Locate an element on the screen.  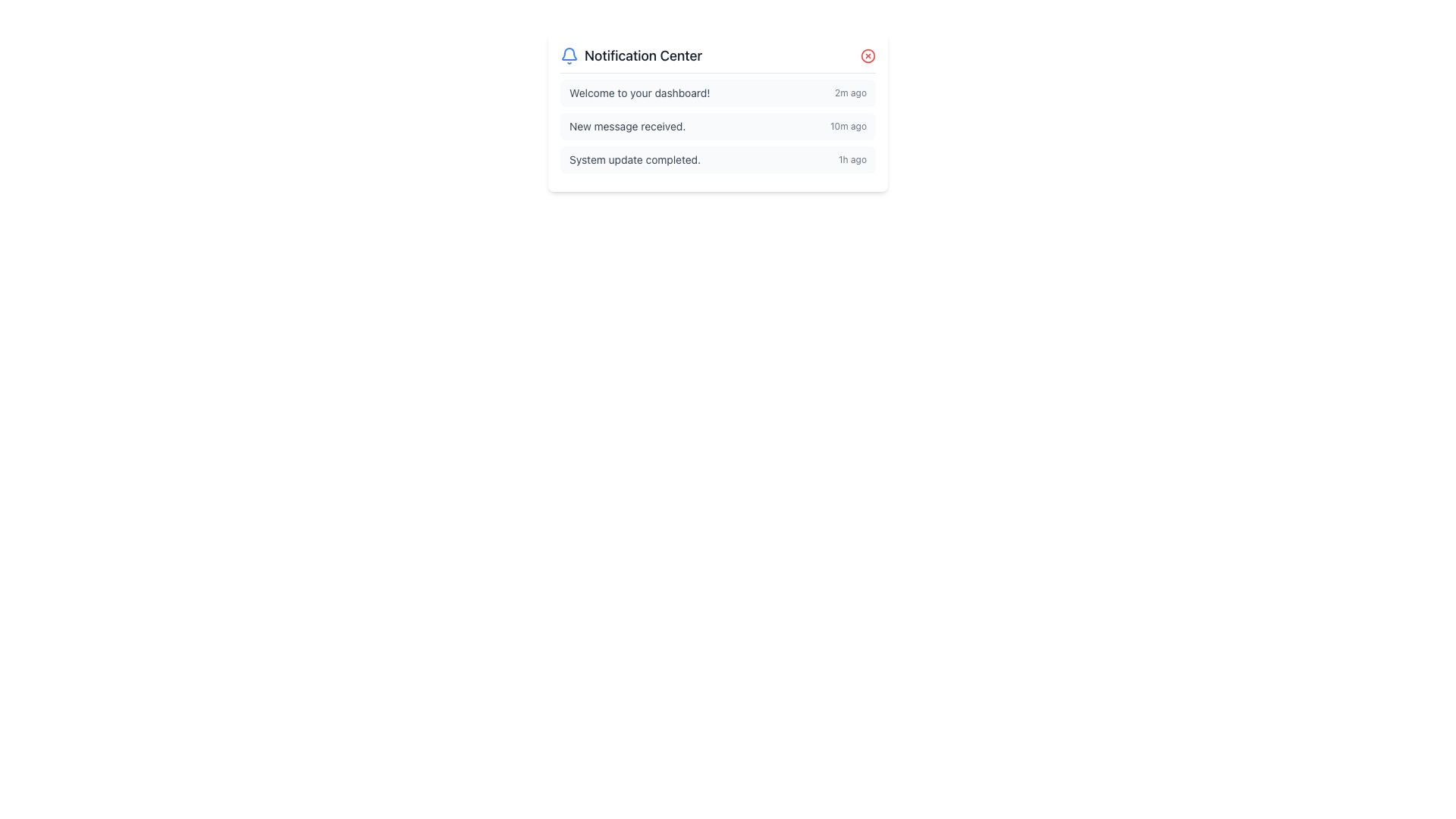
the timestamp text label that indicates when the notification occurred, located in the lower-right section of the notification entry labeled 'System update completed.' is located at coordinates (852, 160).